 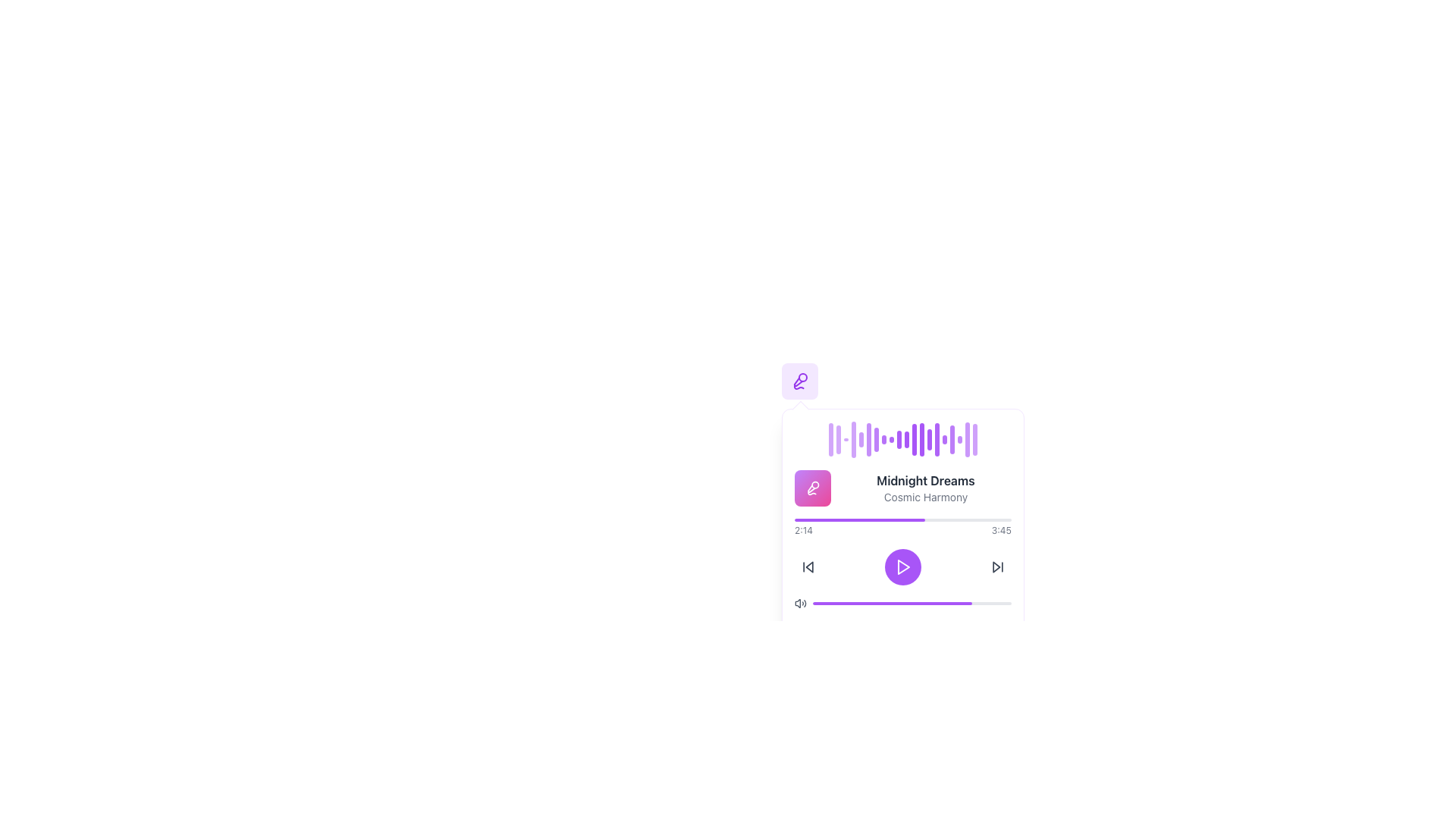 What do you see at coordinates (924, 480) in the screenshot?
I see `text content of the 'Midnight Dreams' label, which is styled in bold dark gray and positioned above 'Cosmic Harmony' within a card-like interface` at bounding box center [924, 480].